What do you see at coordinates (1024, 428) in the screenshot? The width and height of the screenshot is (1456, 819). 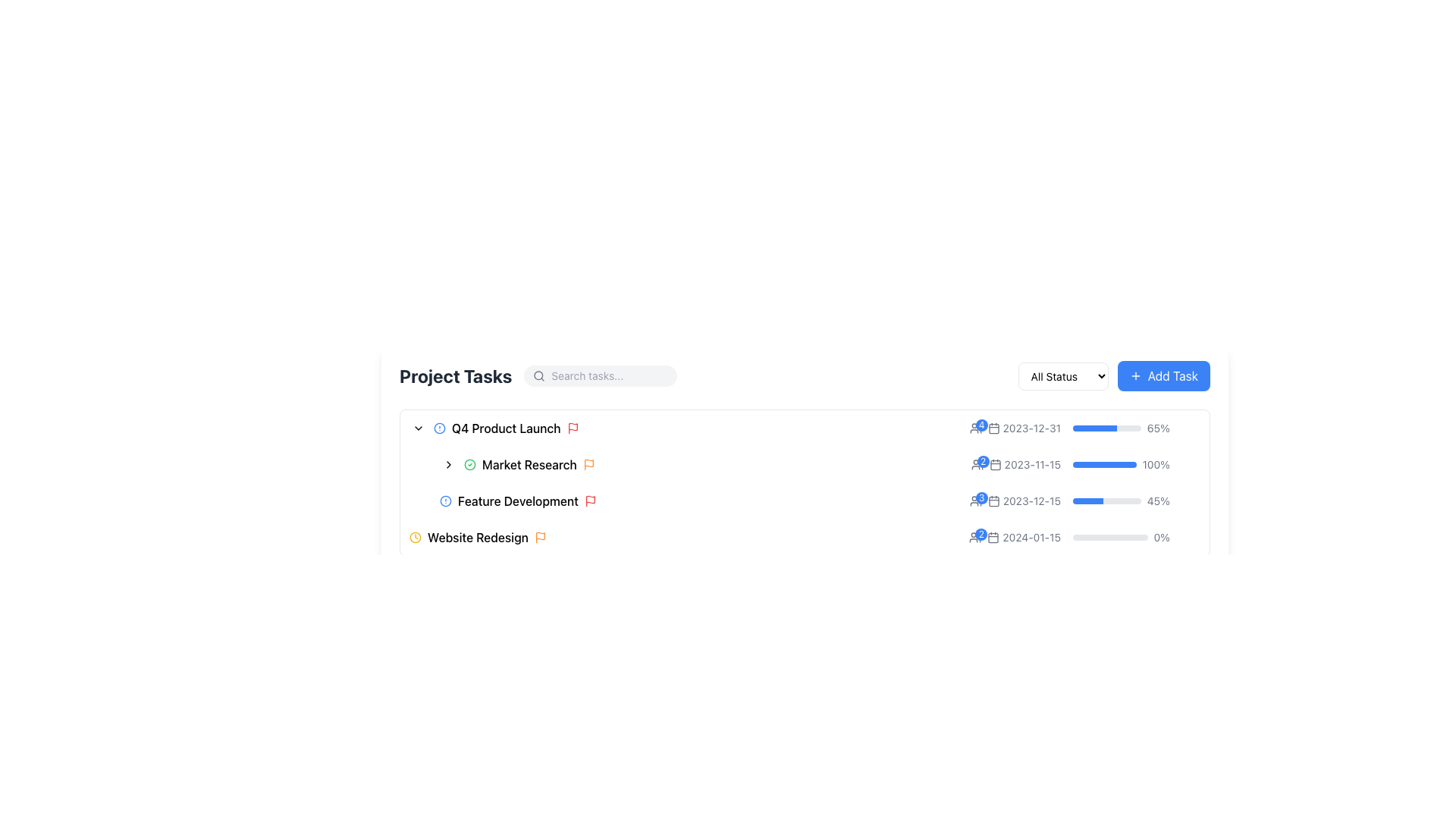 I see `the Text with icon element displaying the date '2023-12-31' which is next to 'Market Research' in the due dates column` at bounding box center [1024, 428].